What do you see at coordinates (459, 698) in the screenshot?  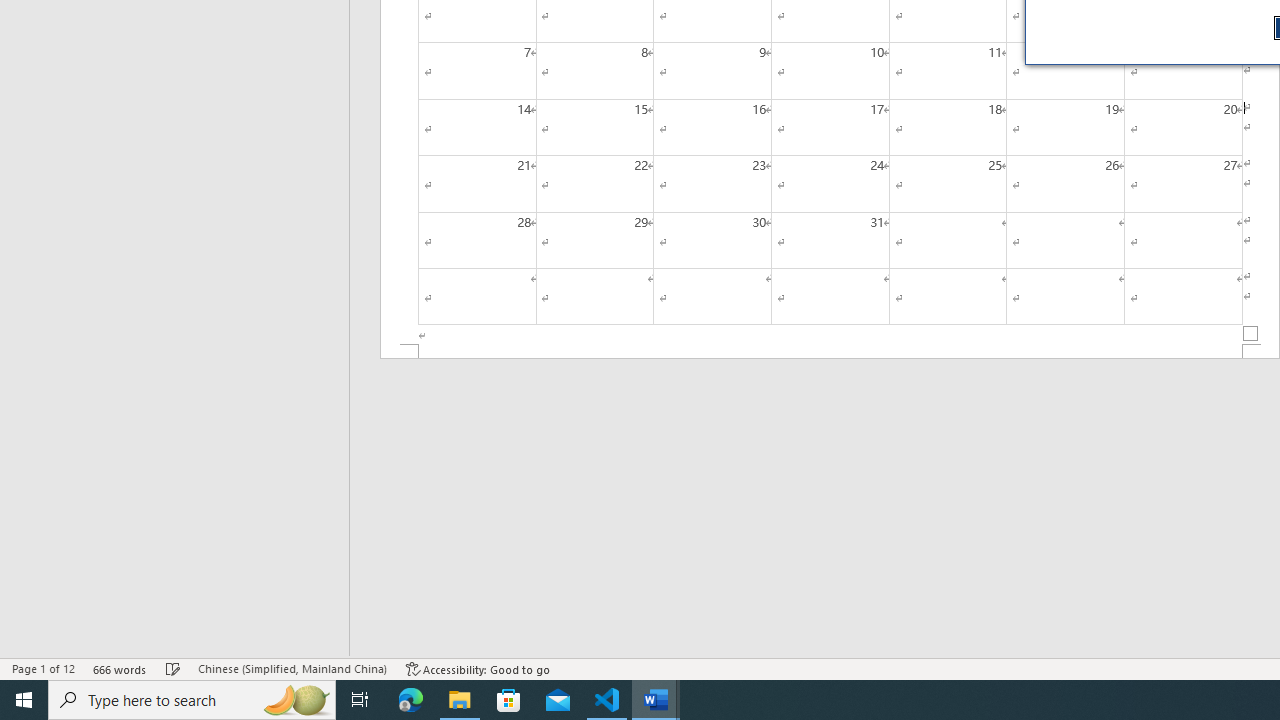 I see `'File Explorer - 1 running window'` at bounding box center [459, 698].